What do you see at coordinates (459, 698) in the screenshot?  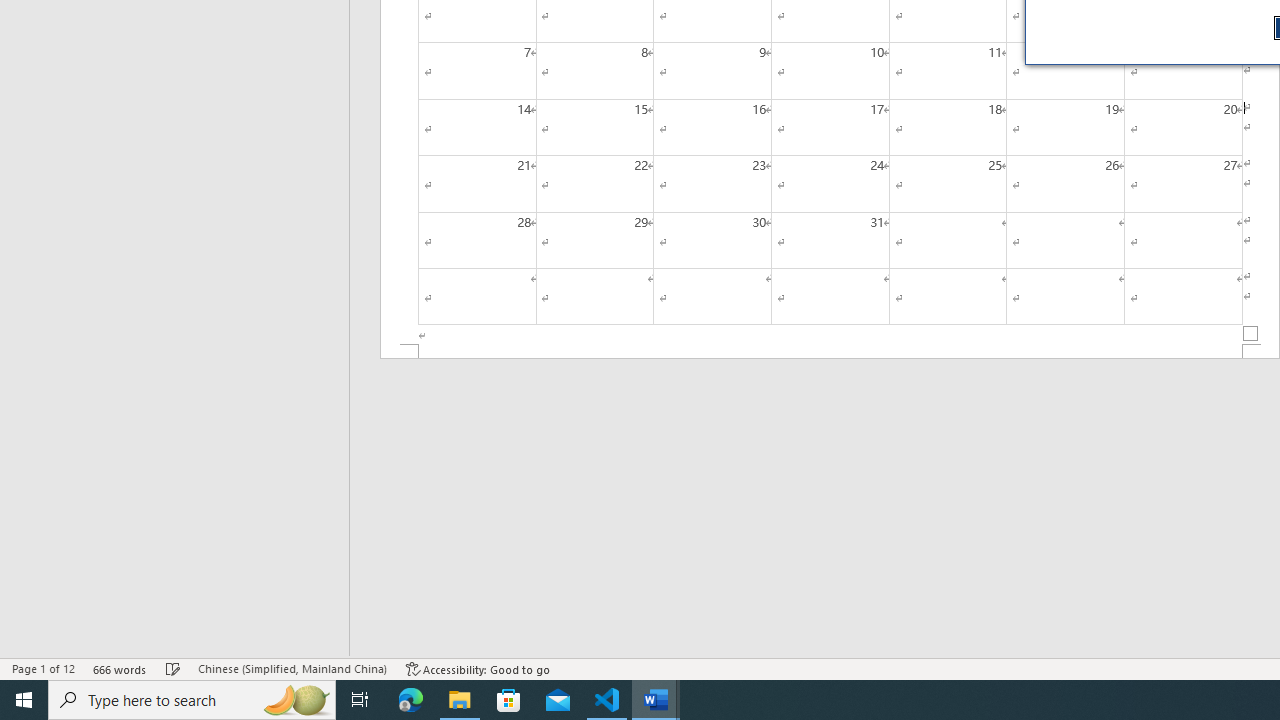 I see `'File Explorer - 1 running window'` at bounding box center [459, 698].